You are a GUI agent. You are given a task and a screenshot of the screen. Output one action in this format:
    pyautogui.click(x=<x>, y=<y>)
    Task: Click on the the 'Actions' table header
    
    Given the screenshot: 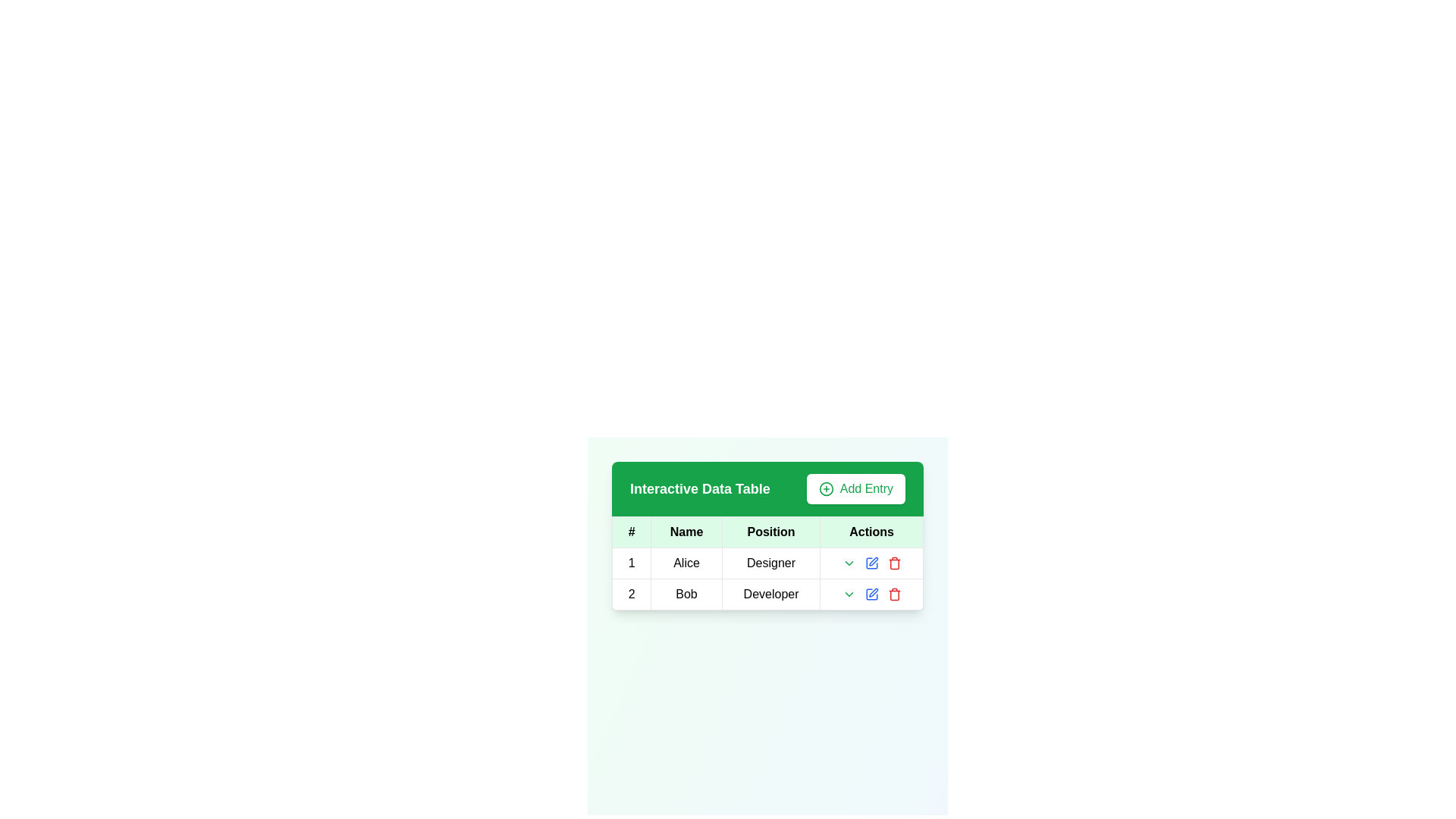 What is the action you would take?
    pyautogui.click(x=871, y=532)
    